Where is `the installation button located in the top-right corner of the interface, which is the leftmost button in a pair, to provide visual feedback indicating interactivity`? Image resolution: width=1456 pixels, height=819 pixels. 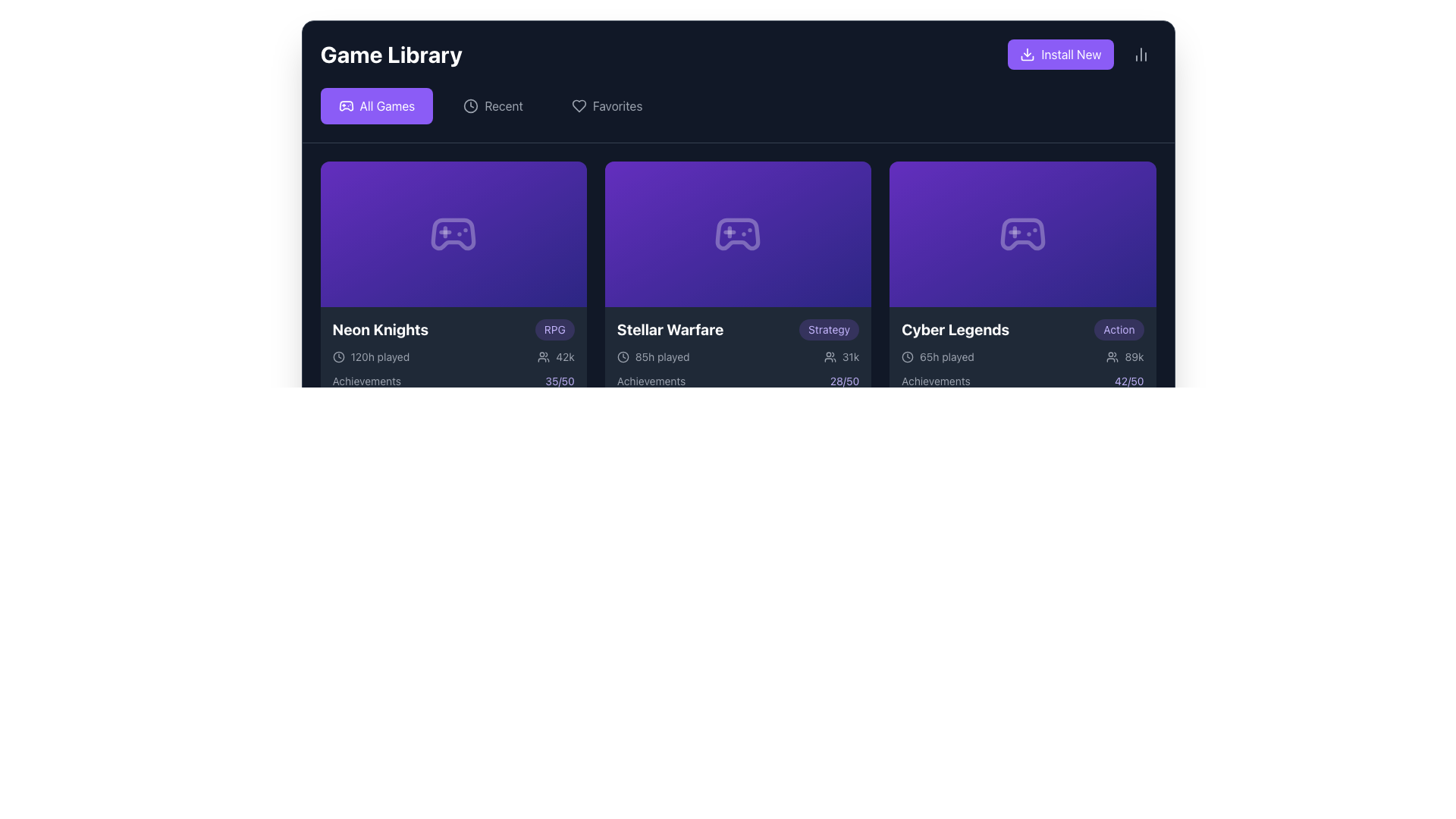 the installation button located in the top-right corner of the interface, which is the leftmost button in a pair, to provide visual feedback indicating interactivity is located at coordinates (1059, 54).